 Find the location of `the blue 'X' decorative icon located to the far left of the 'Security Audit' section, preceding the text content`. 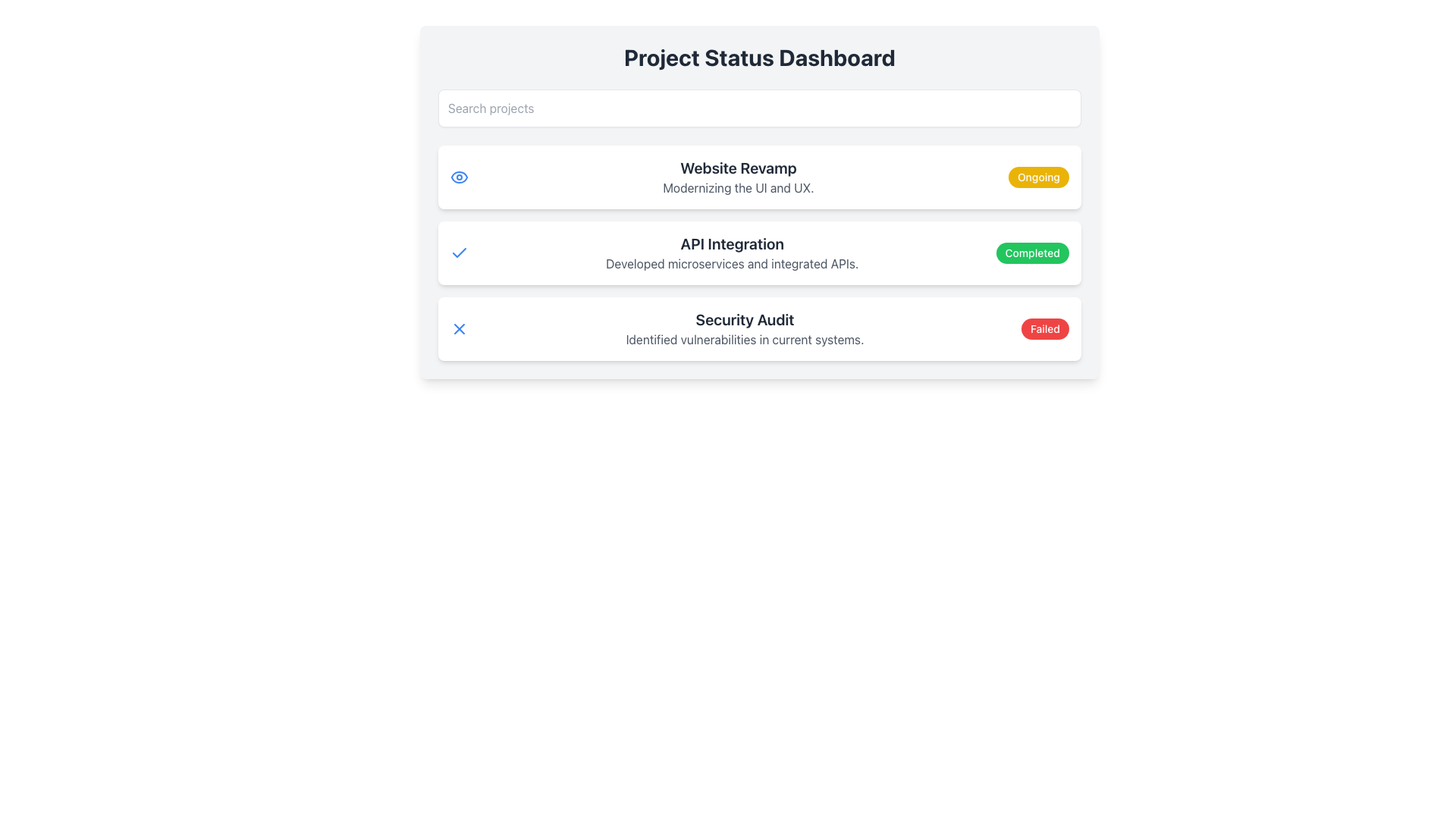

the blue 'X' decorative icon located to the far left of the 'Security Audit' section, preceding the text content is located at coordinates (458, 328).